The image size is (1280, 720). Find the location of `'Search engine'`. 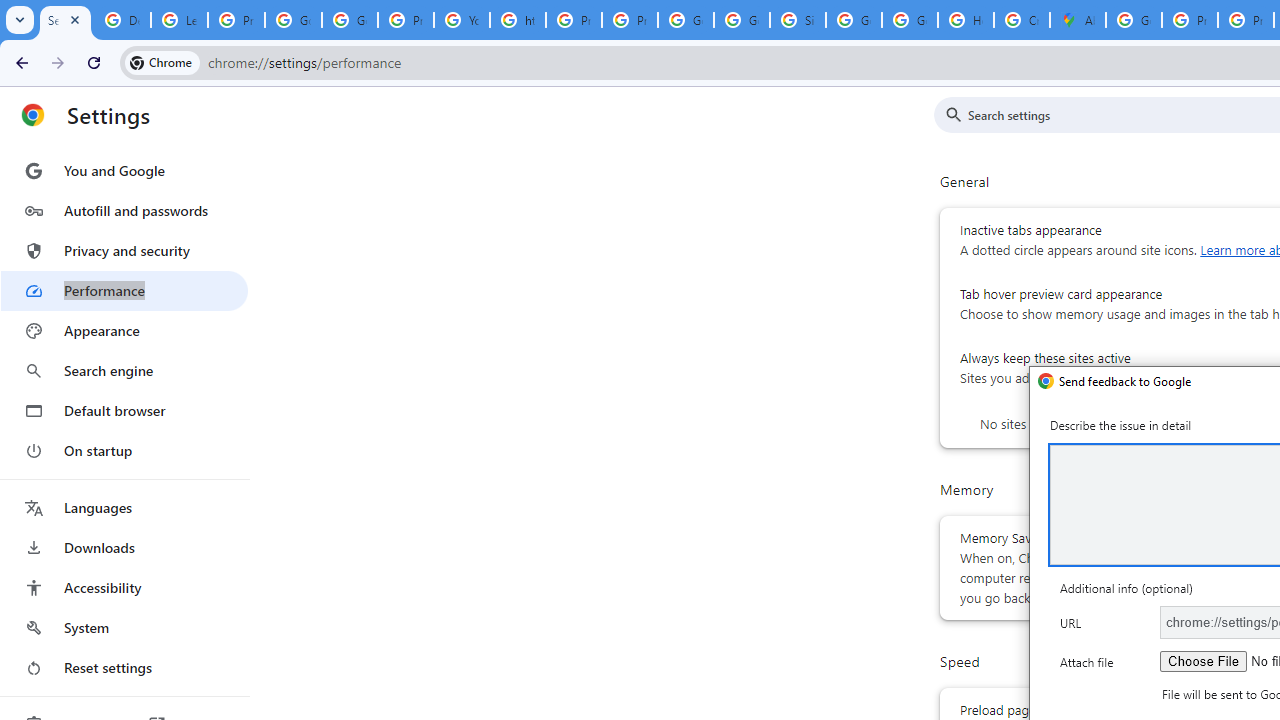

'Search engine' is located at coordinates (123, 371).